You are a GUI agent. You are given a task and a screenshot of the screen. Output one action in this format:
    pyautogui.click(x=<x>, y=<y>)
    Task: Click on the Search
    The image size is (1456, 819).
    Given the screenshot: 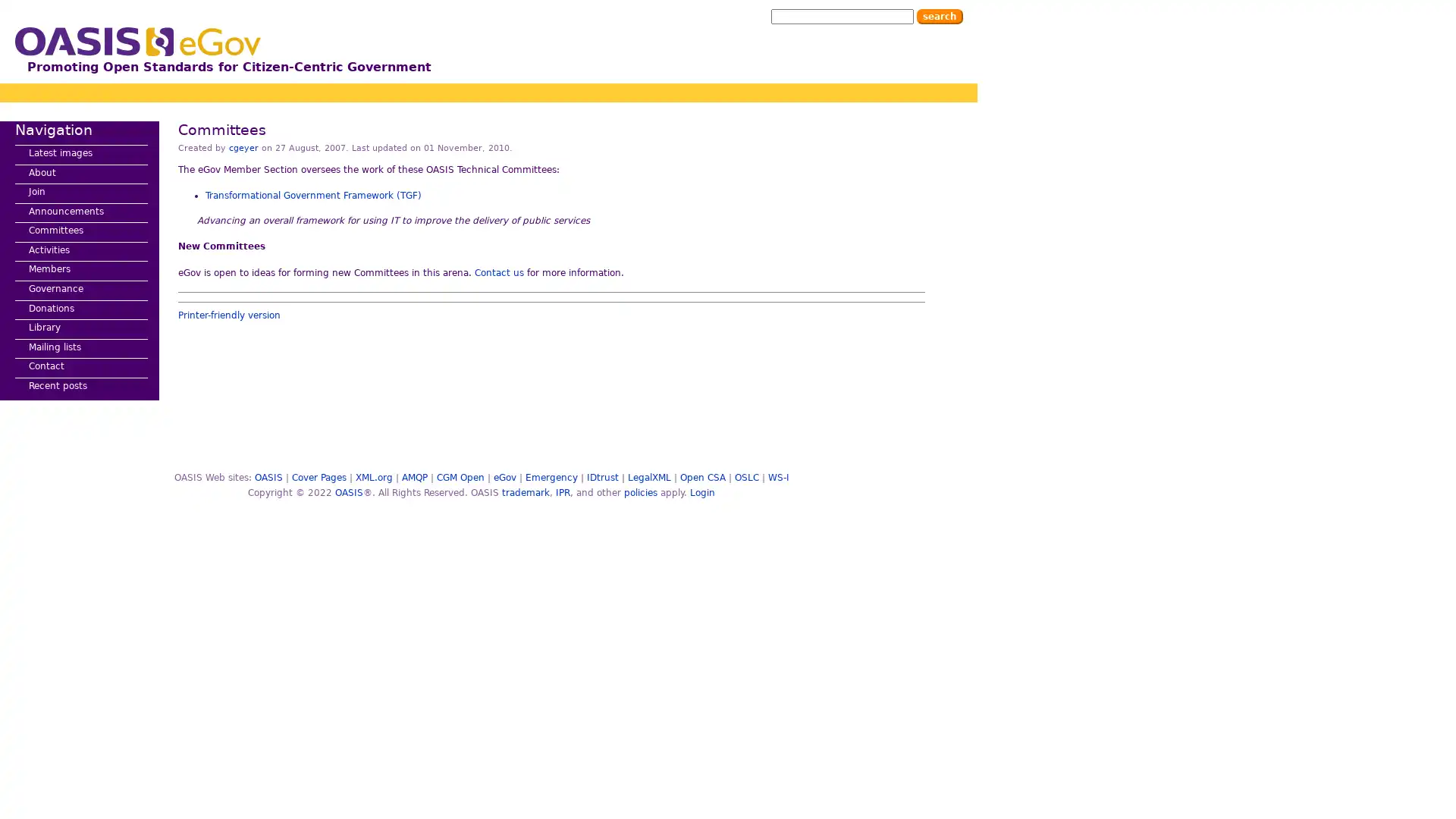 What is the action you would take?
    pyautogui.click(x=939, y=17)
    